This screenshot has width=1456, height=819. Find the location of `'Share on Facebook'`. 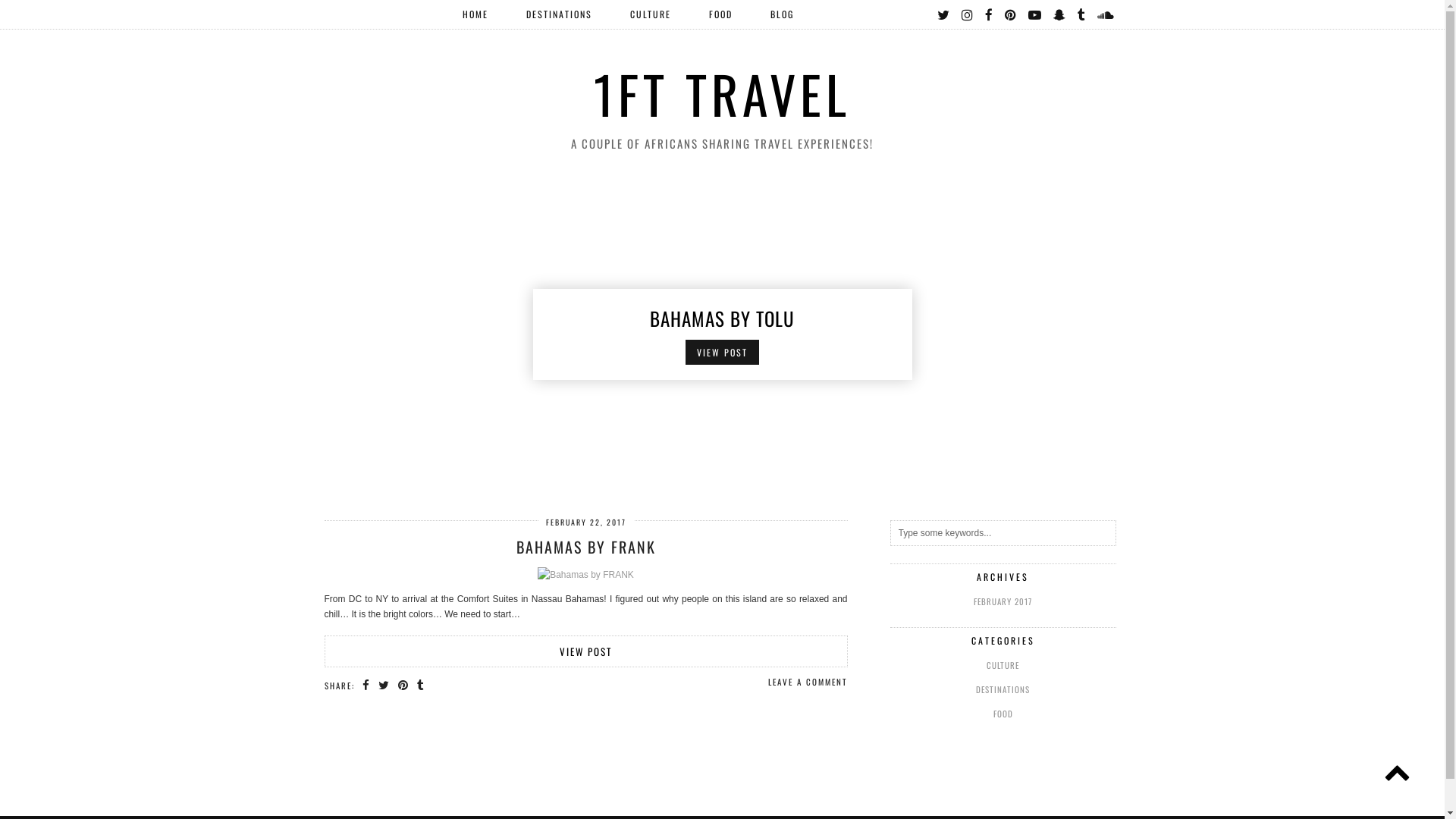

'Share on Facebook' is located at coordinates (366, 684).